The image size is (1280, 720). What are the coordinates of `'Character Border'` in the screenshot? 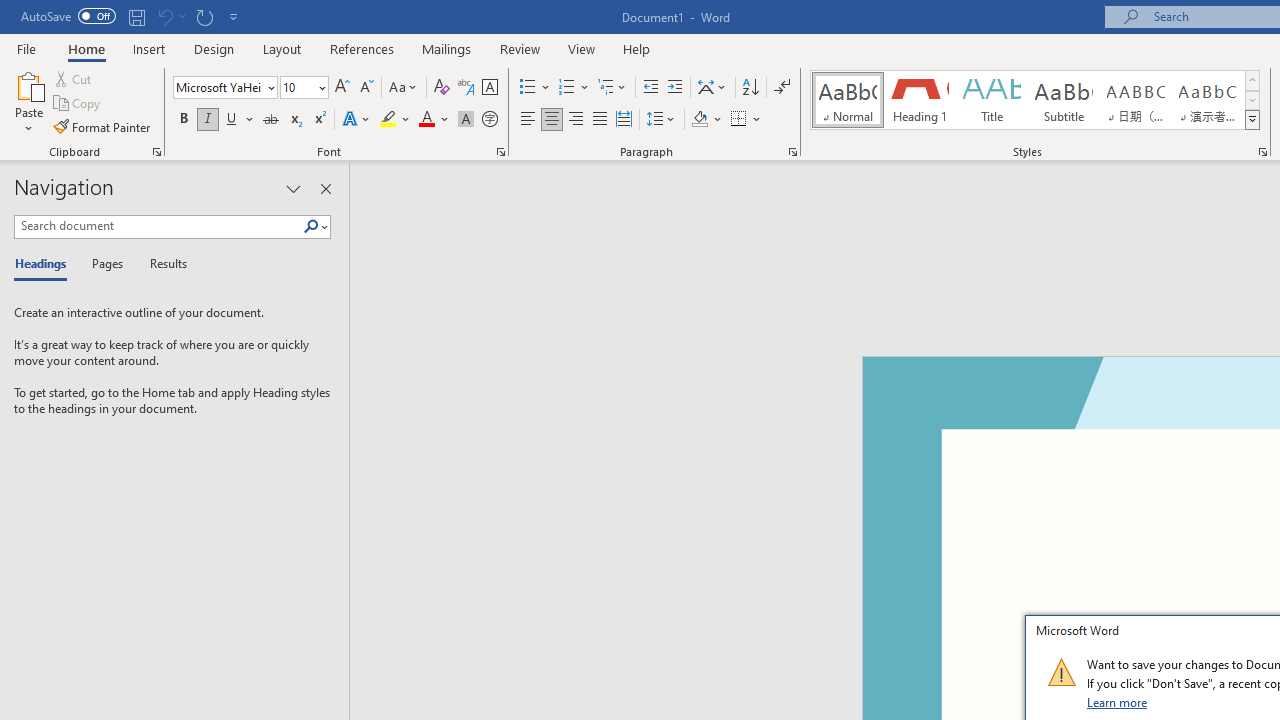 It's located at (489, 86).